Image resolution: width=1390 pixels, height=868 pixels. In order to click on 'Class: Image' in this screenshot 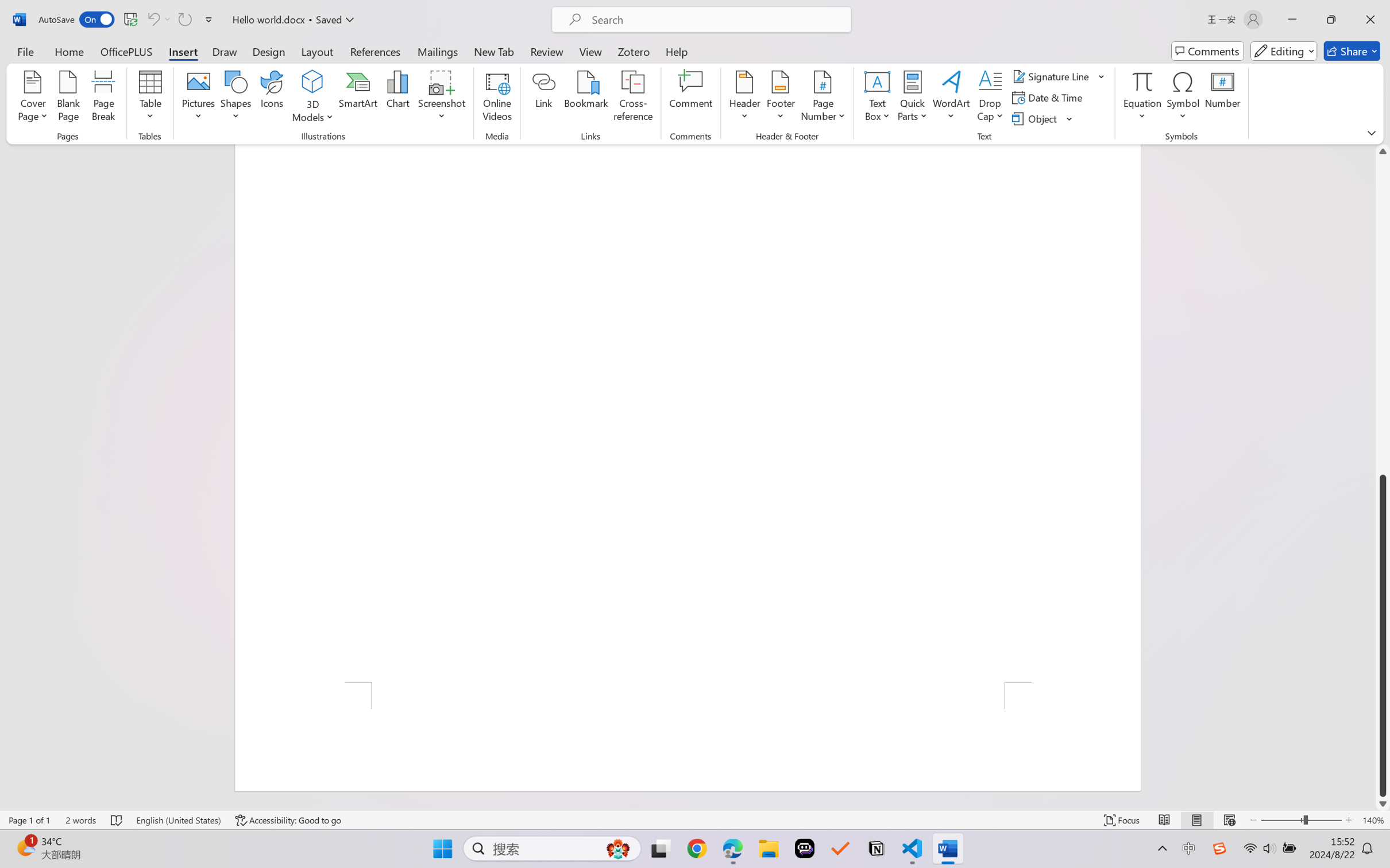, I will do `click(1219, 848)`.